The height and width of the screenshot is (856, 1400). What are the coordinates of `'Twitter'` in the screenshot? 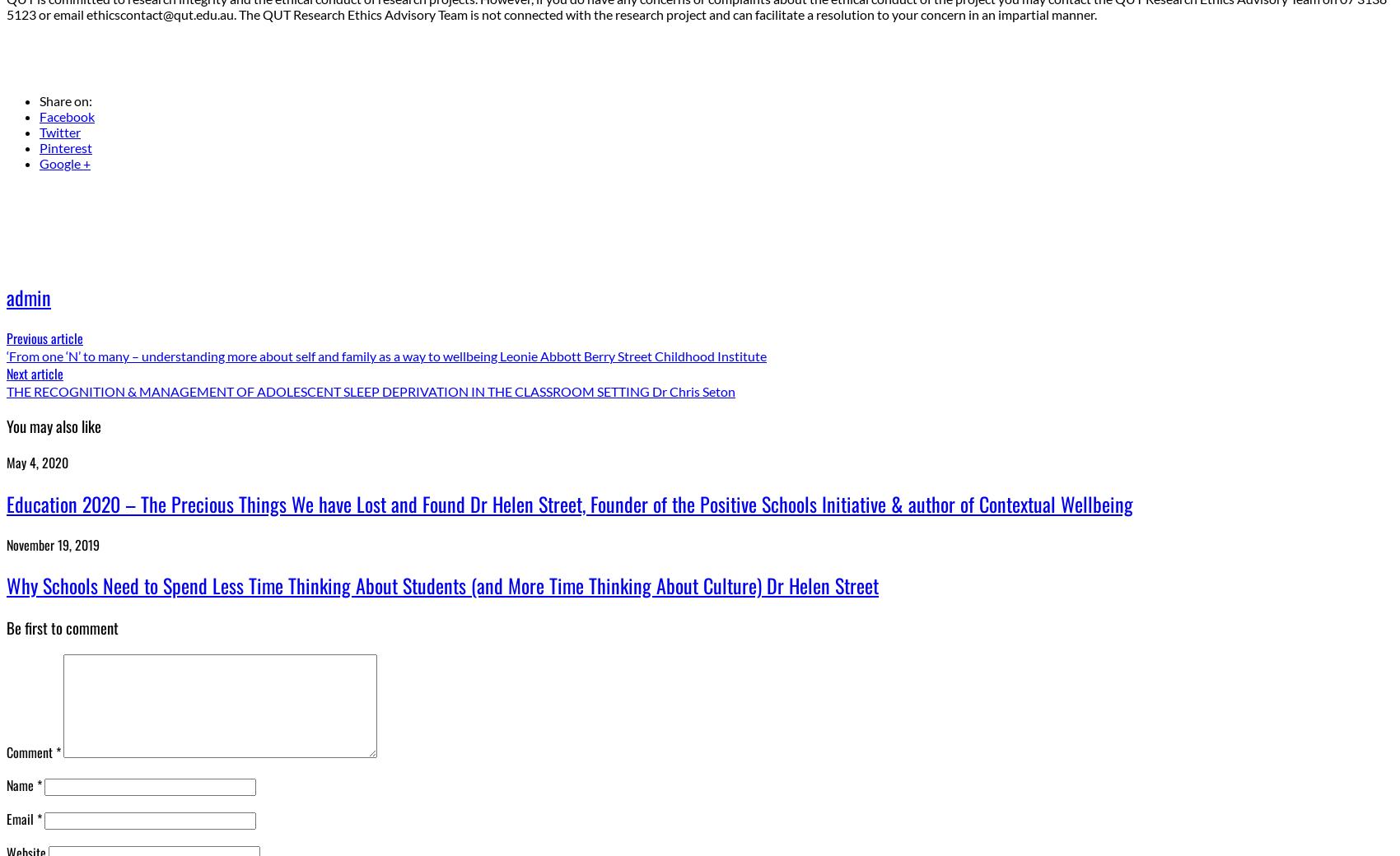 It's located at (59, 132).